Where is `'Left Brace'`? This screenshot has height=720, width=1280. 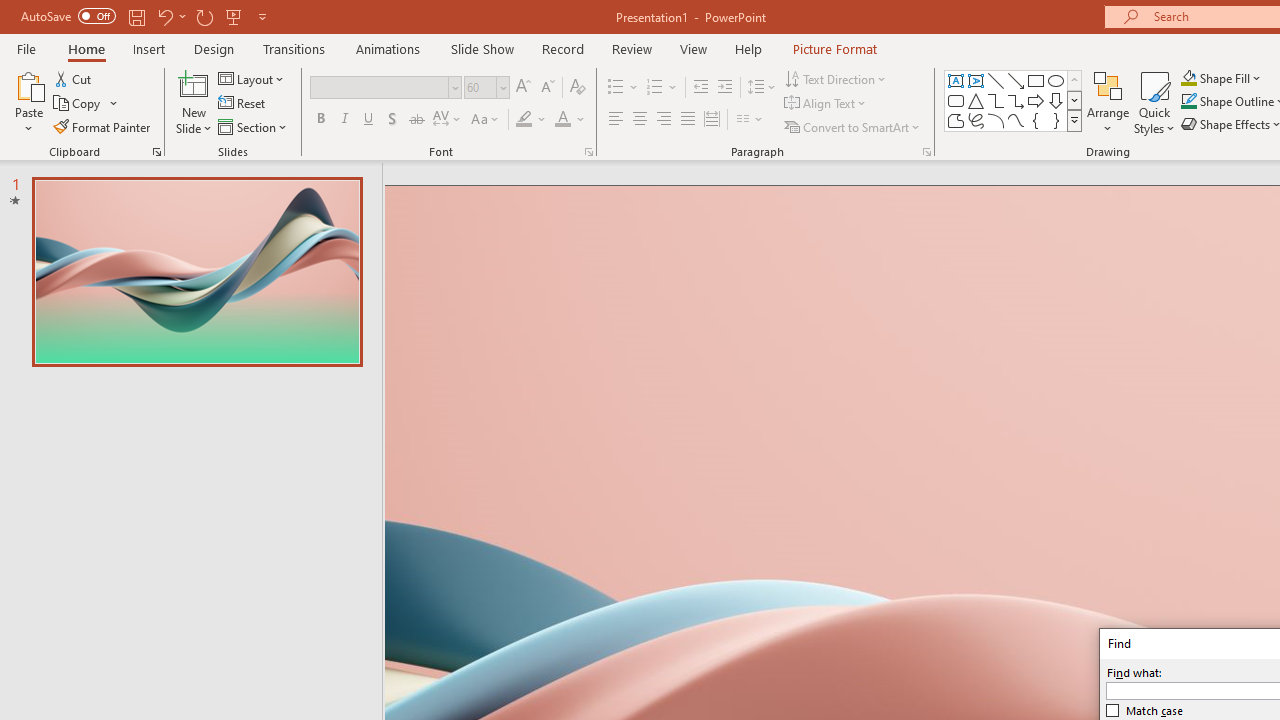
'Left Brace' is located at coordinates (1036, 120).